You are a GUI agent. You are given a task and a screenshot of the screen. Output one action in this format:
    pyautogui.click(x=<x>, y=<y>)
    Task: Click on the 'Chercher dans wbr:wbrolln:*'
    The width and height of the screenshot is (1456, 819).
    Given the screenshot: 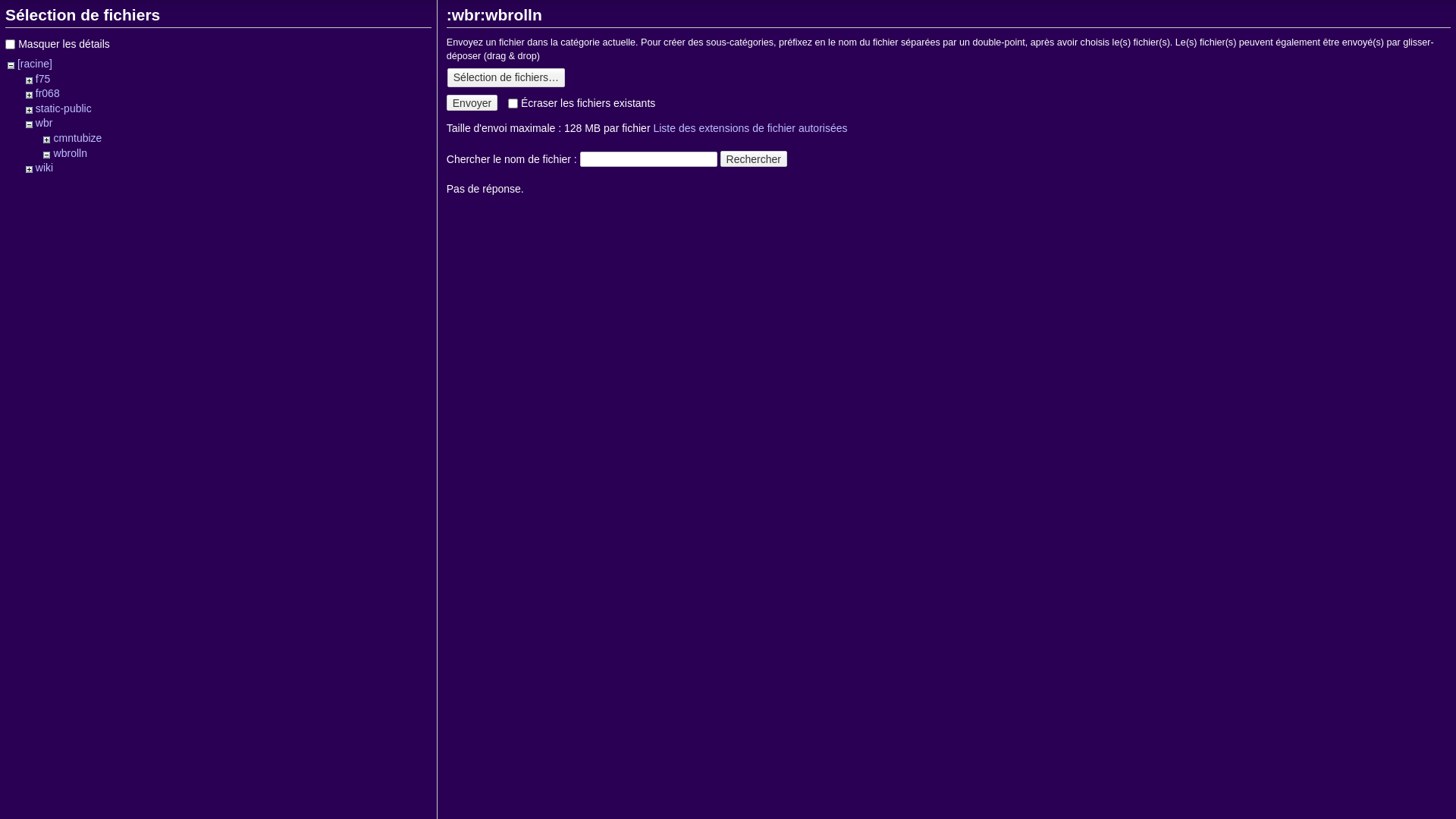 What is the action you would take?
    pyautogui.click(x=579, y=158)
    